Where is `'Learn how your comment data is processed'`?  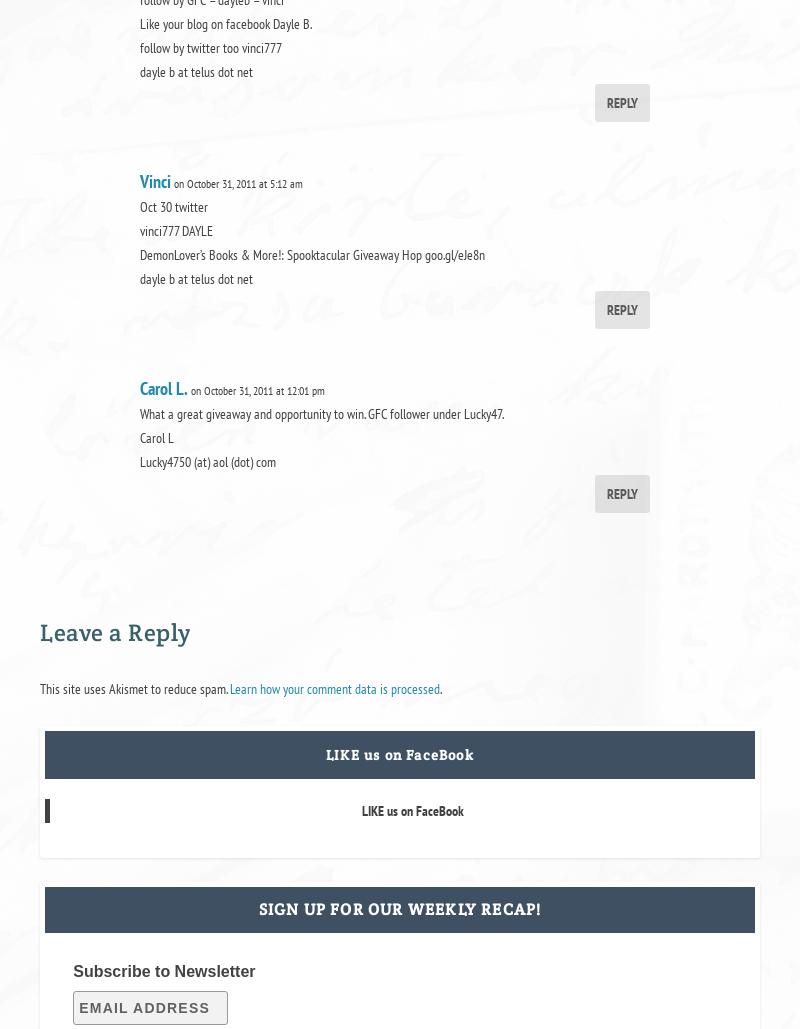 'Learn how your comment data is processed' is located at coordinates (335, 688).